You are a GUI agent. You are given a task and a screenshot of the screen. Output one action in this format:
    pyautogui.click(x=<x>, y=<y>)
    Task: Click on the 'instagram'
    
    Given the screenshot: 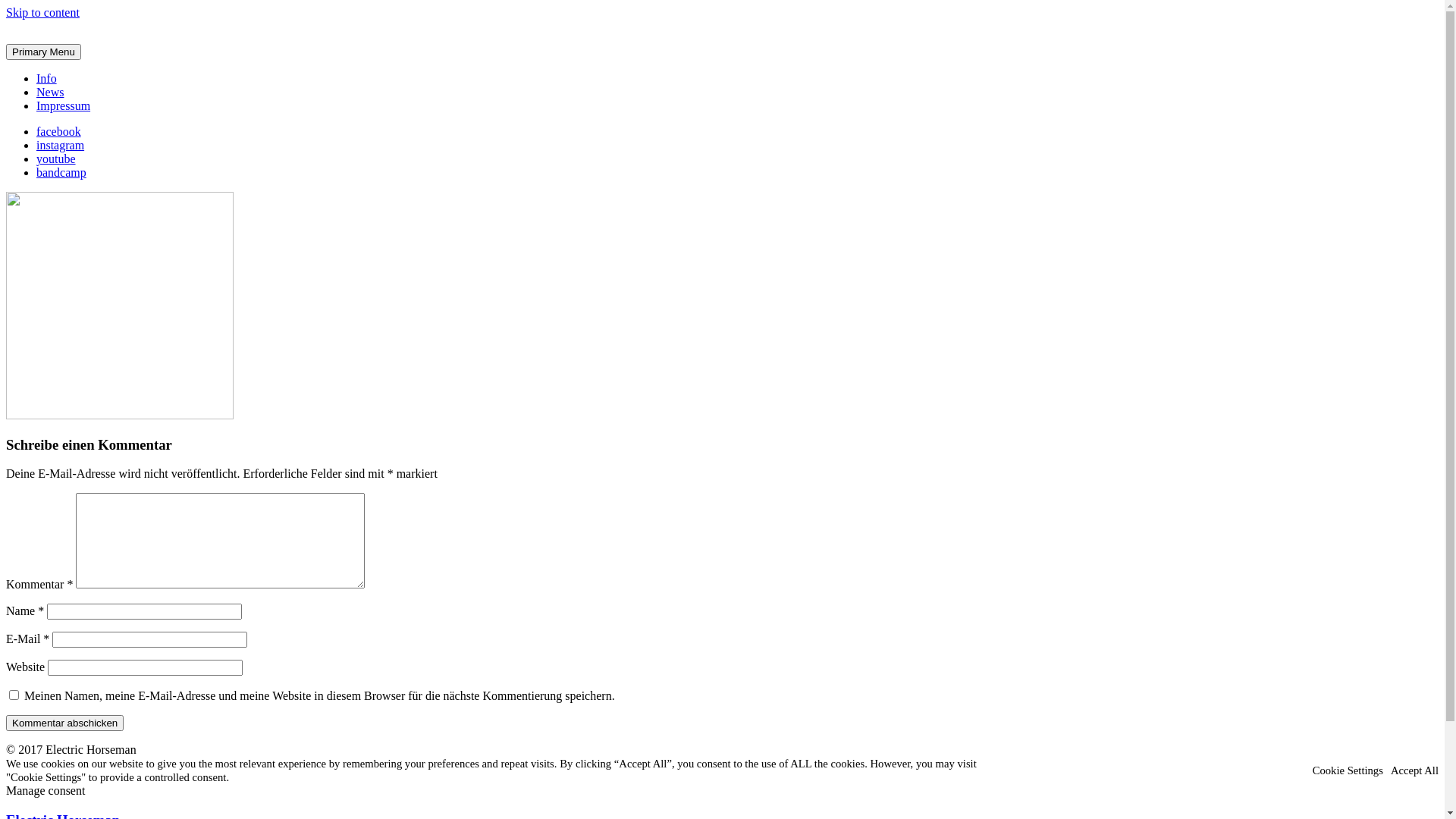 What is the action you would take?
    pyautogui.click(x=64, y=145)
    